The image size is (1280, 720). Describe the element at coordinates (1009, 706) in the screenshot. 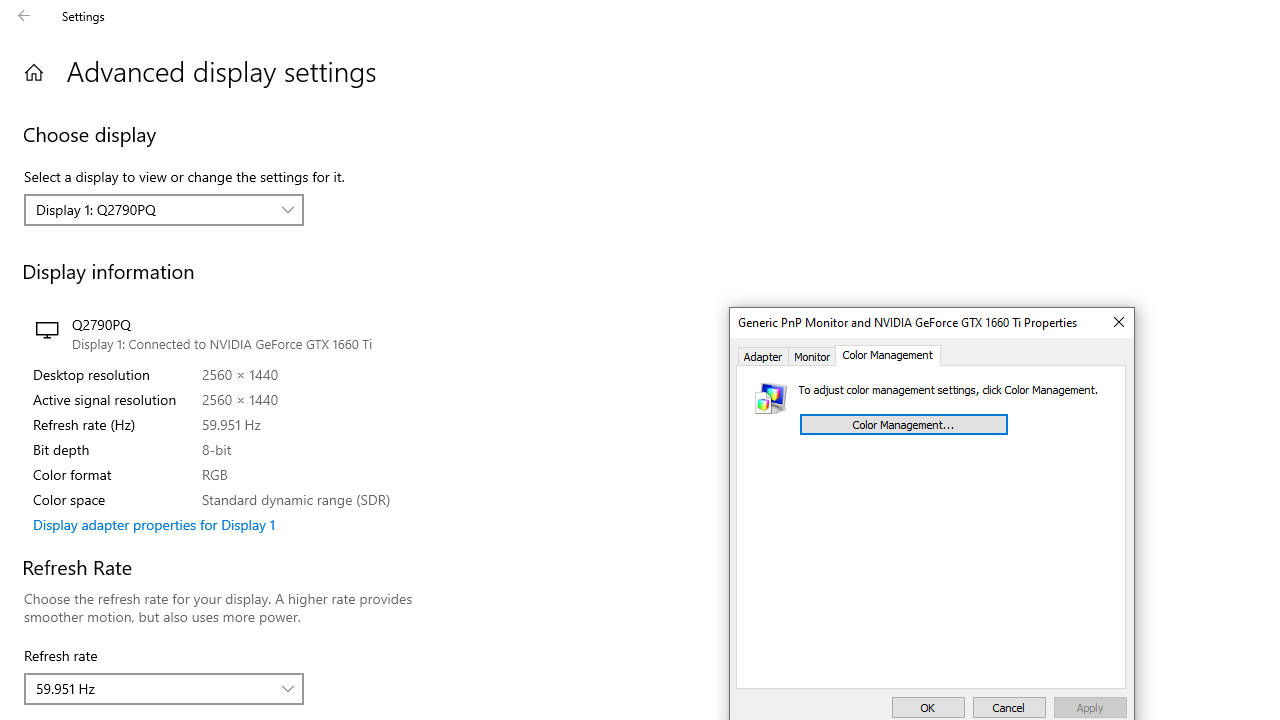

I see `'Cancel'` at that location.